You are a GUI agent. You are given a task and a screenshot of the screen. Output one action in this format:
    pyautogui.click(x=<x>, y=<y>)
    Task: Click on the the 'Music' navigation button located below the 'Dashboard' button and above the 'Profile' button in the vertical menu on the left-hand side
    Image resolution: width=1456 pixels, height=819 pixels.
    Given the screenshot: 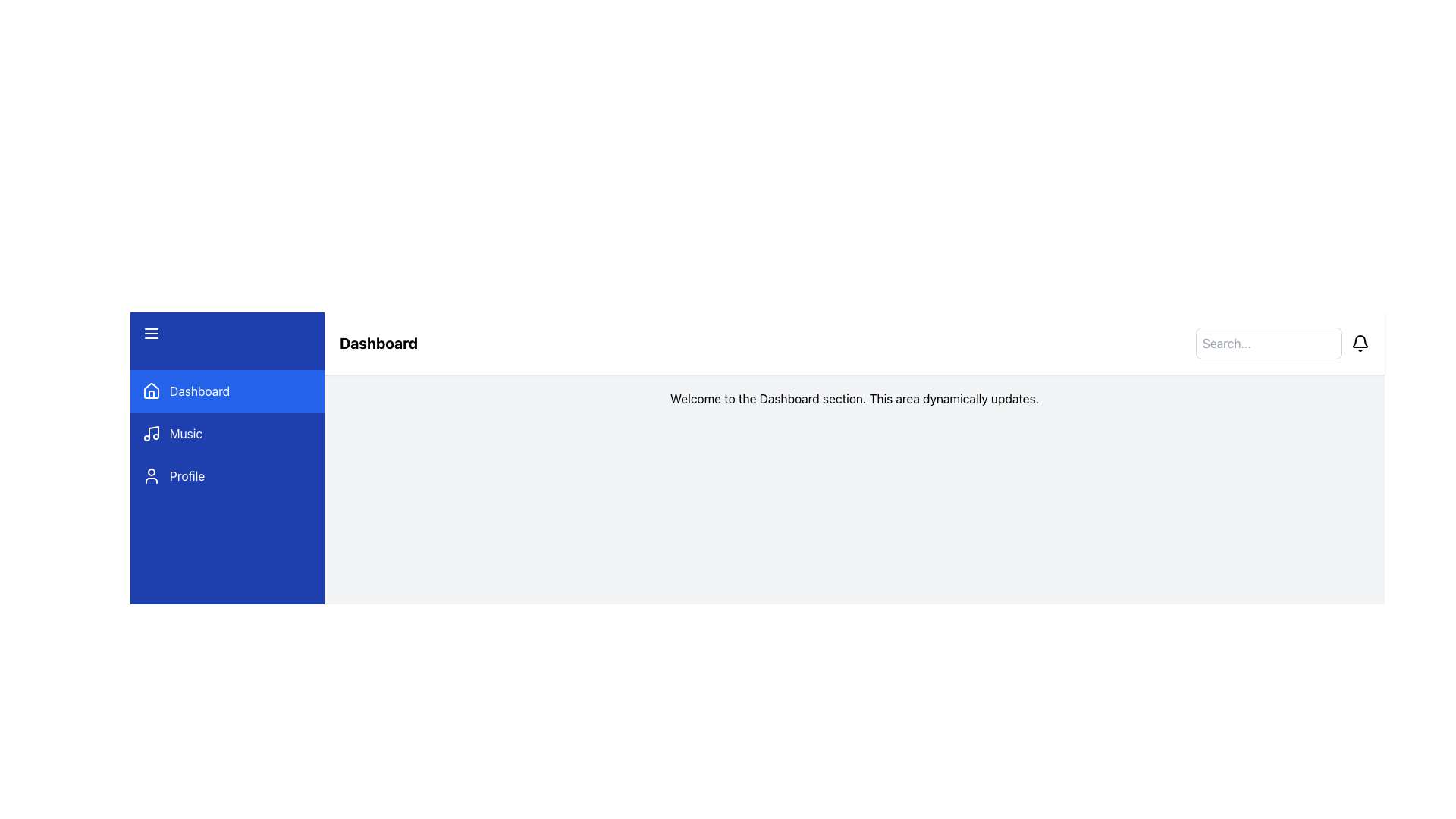 What is the action you would take?
    pyautogui.click(x=226, y=433)
    